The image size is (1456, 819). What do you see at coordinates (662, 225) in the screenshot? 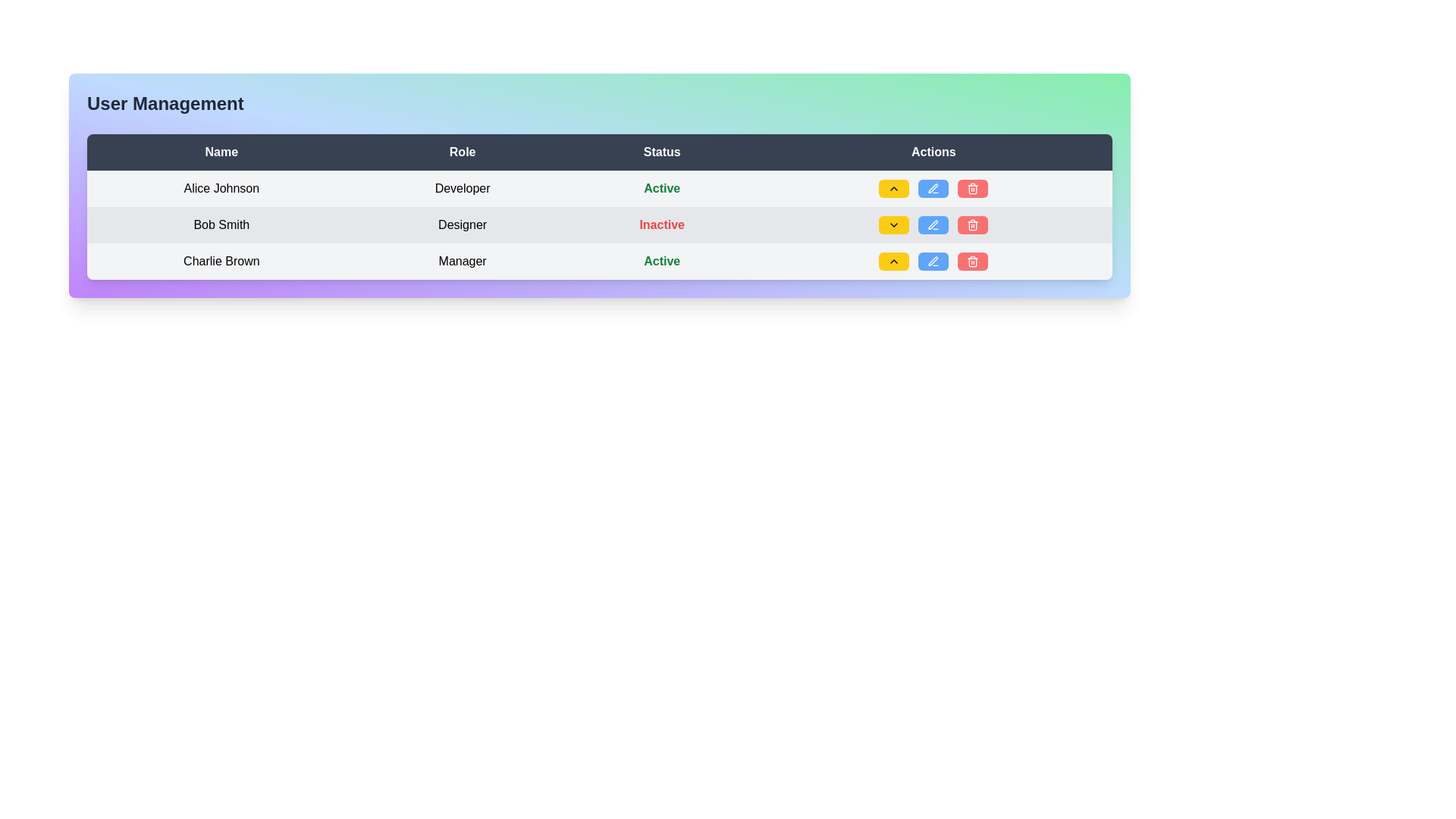
I see `the Static Text Label displaying 'Inactive' in red within the 'Status' column of the 'User Management' table for user 'Bob Smith', who has the role 'Designer'` at bounding box center [662, 225].